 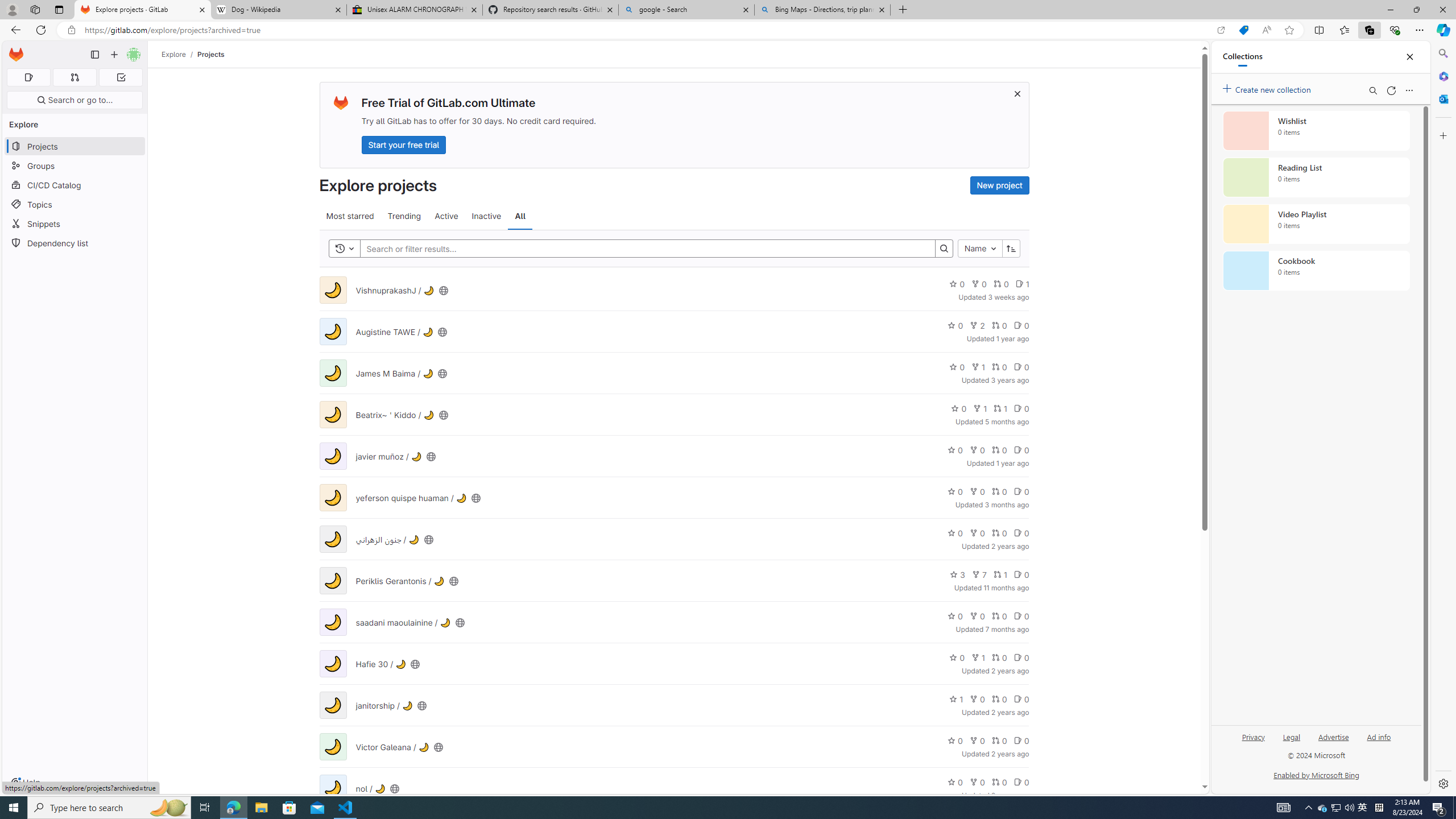 I want to click on 'Projects', so click(x=210, y=54).